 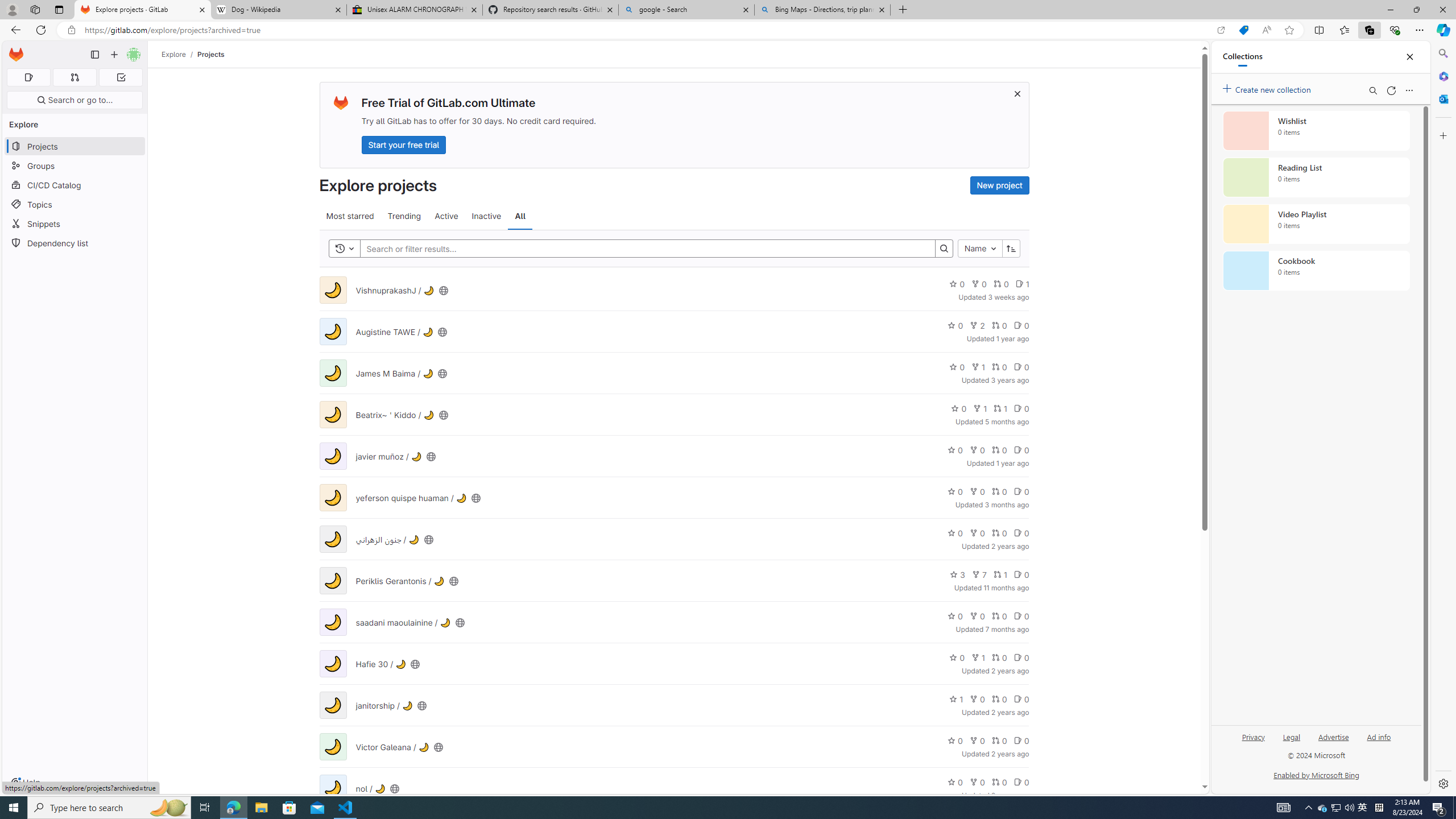 I want to click on 'Projects', so click(x=210, y=54).